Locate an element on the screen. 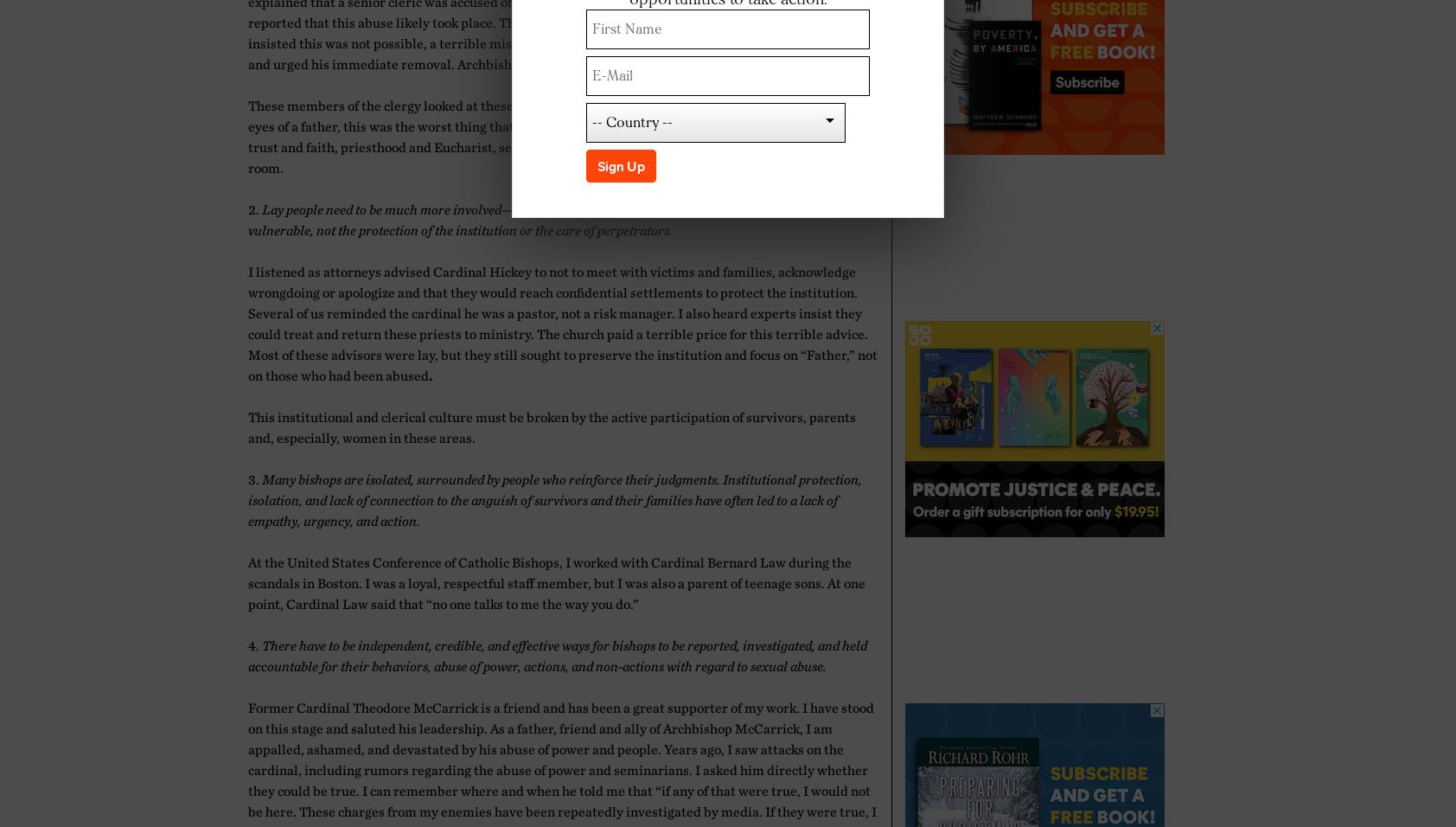 Image resolution: width=1456 pixels, height=827 pixels. '3.' is located at coordinates (255, 478).